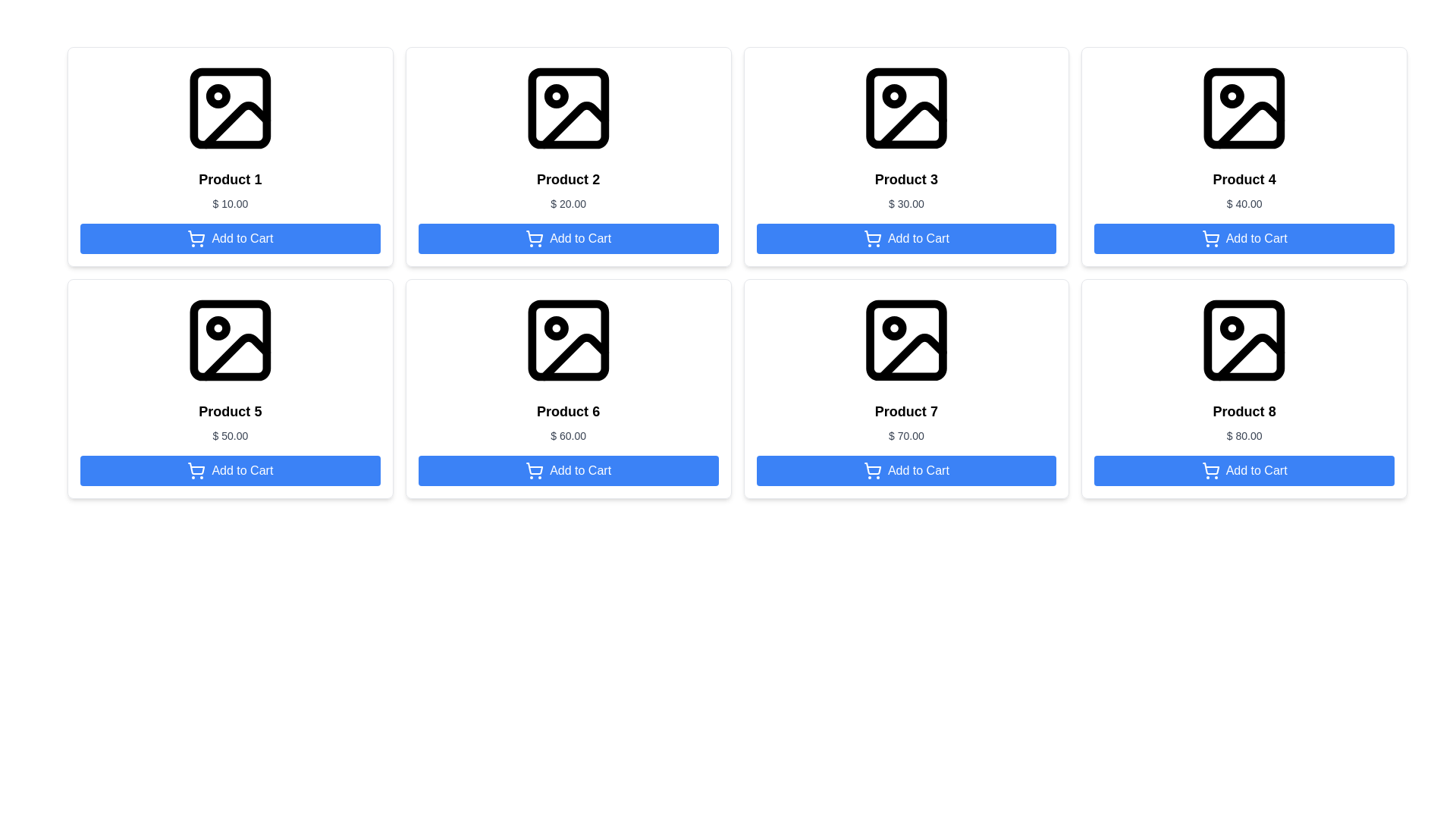 The width and height of the screenshot is (1456, 819). What do you see at coordinates (1232, 96) in the screenshot?
I see `the small circular graphic component with a black border and white fill, located within the image icon of the 'Product 4' card in the grid layout` at bounding box center [1232, 96].